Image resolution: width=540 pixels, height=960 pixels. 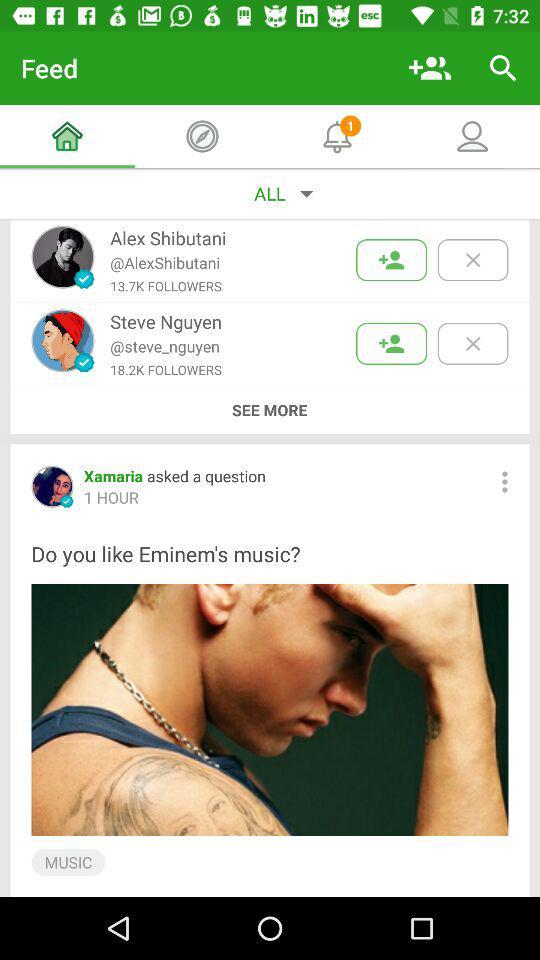 What do you see at coordinates (269, 409) in the screenshot?
I see `the item above xamaria asked a` at bounding box center [269, 409].